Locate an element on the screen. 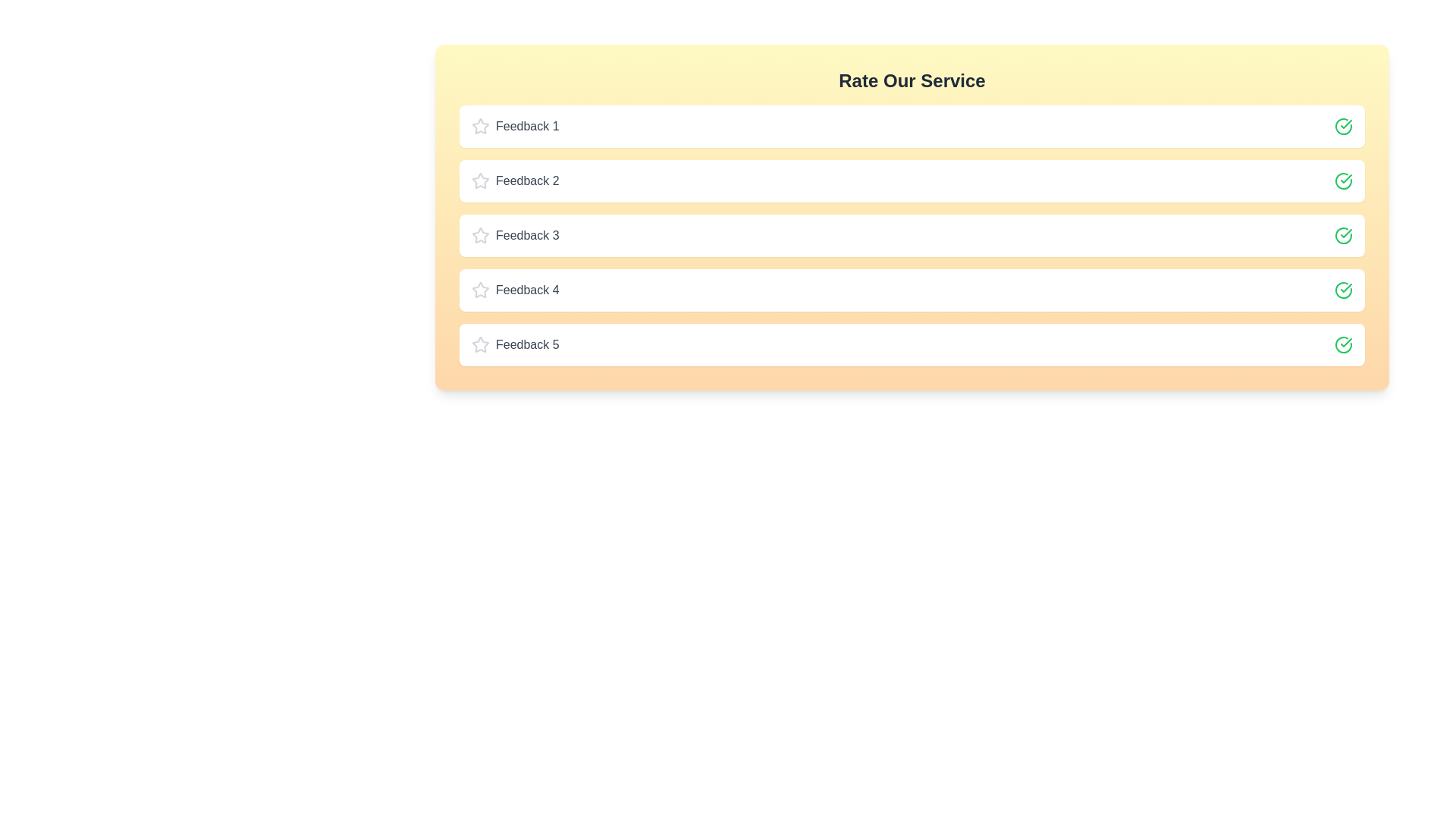 Image resolution: width=1456 pixels, height=819 pixels. the check icon for feedback 2 to toggle its rating is located at coordinates (1343, 180).